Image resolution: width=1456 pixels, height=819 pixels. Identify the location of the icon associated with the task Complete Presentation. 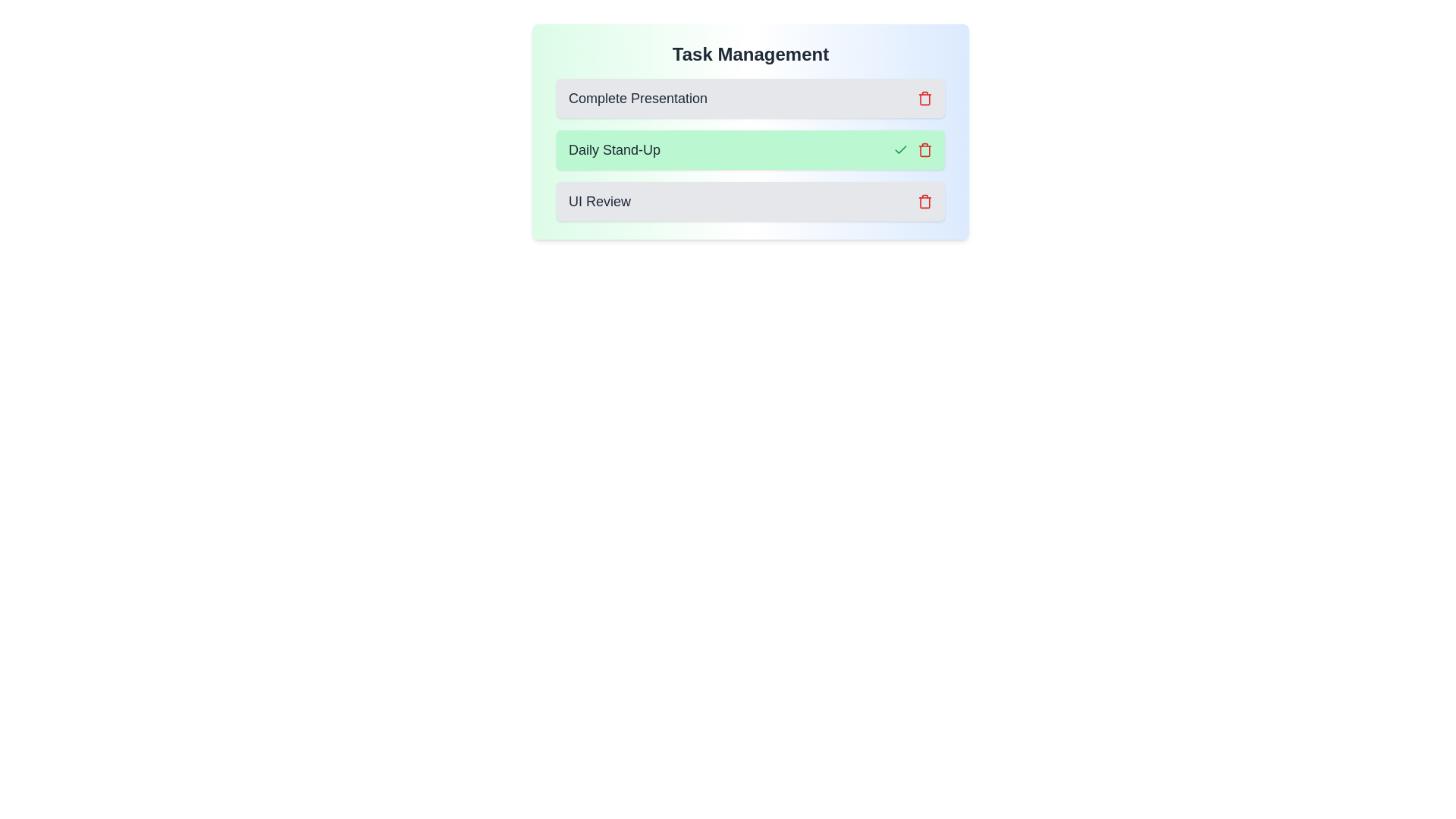
(924, 99).